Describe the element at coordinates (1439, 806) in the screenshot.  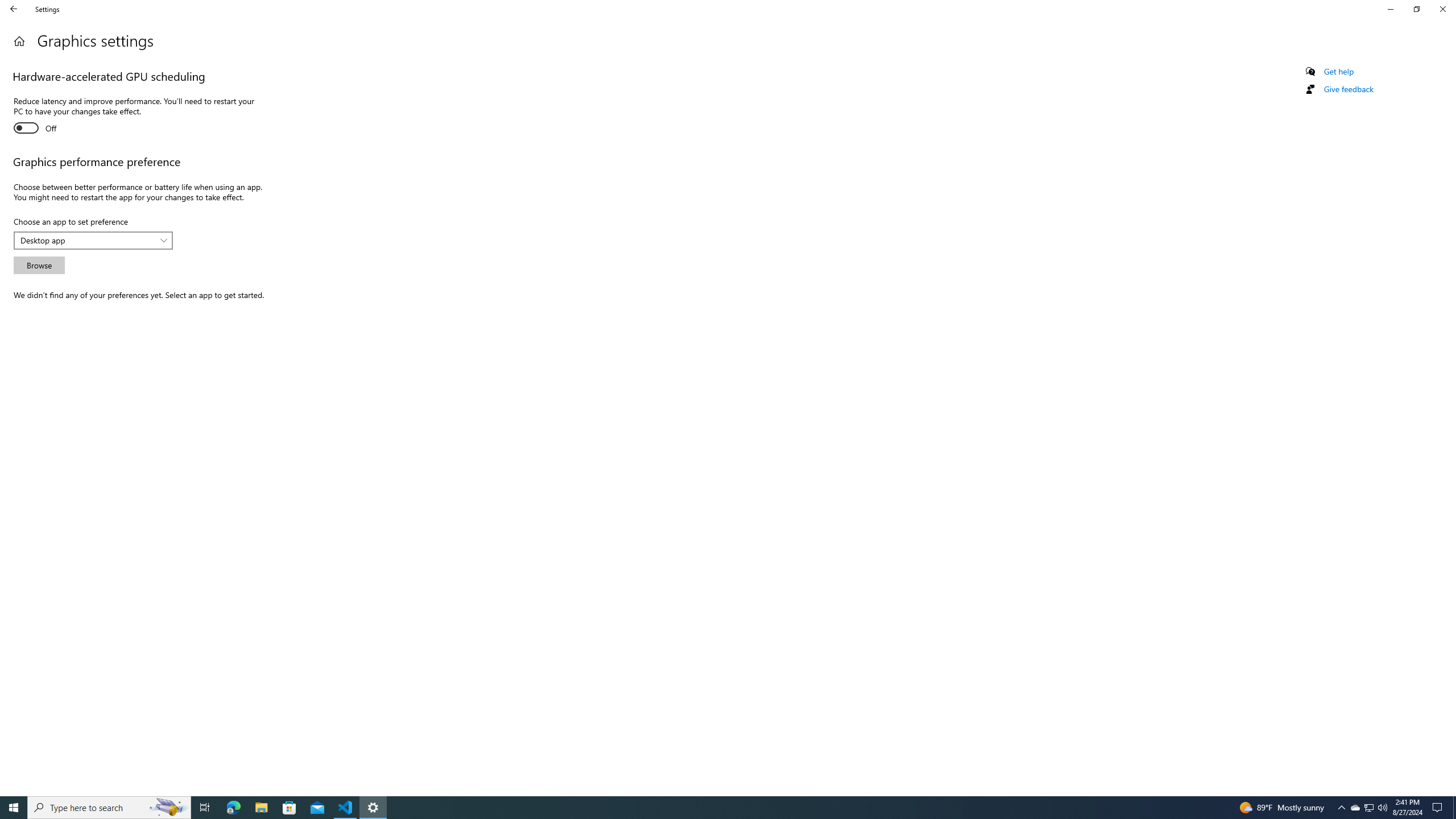
I see `'Action Center, No new notifications'` at that location.